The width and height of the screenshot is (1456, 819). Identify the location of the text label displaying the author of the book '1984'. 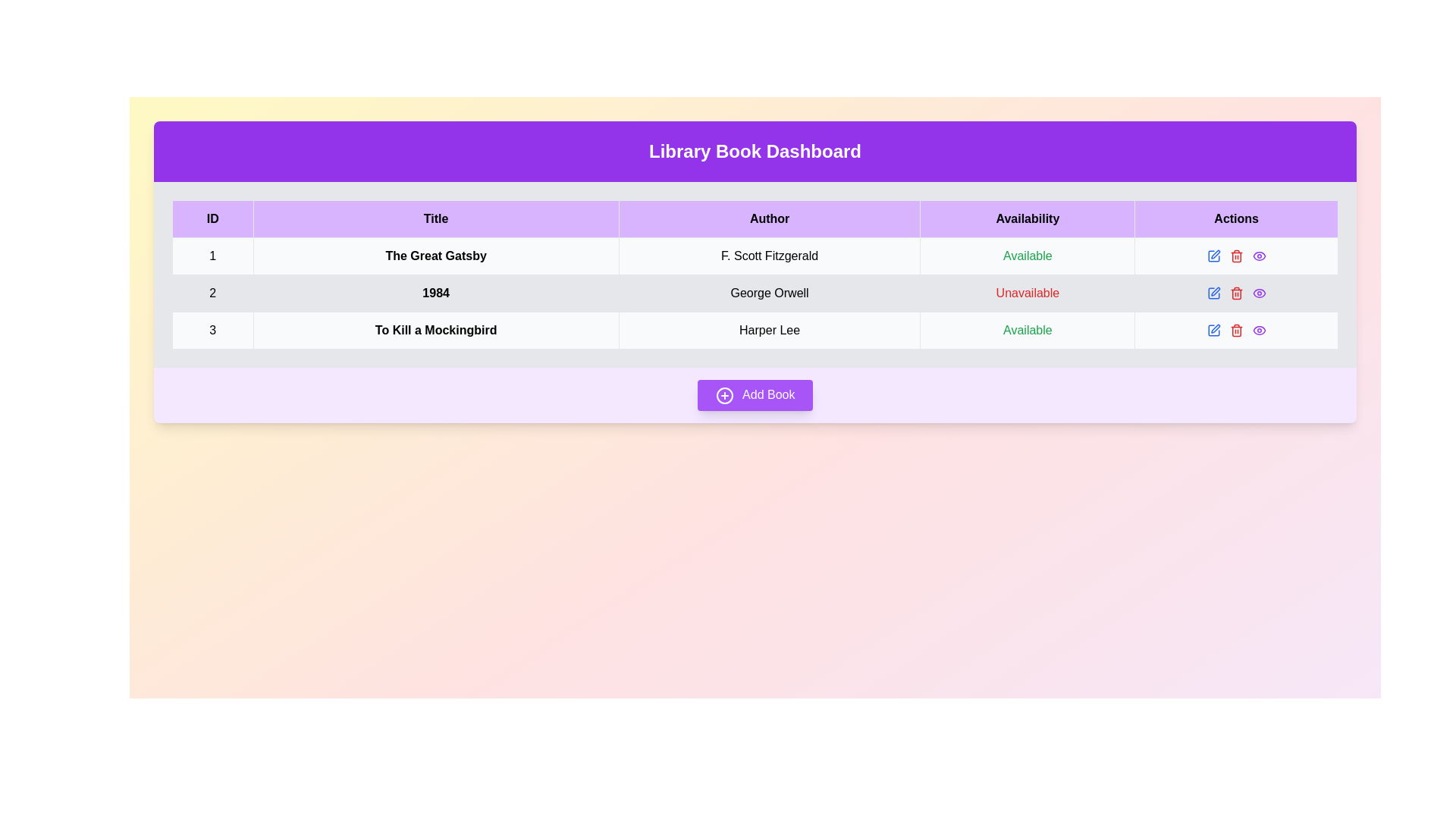
(770, 293).